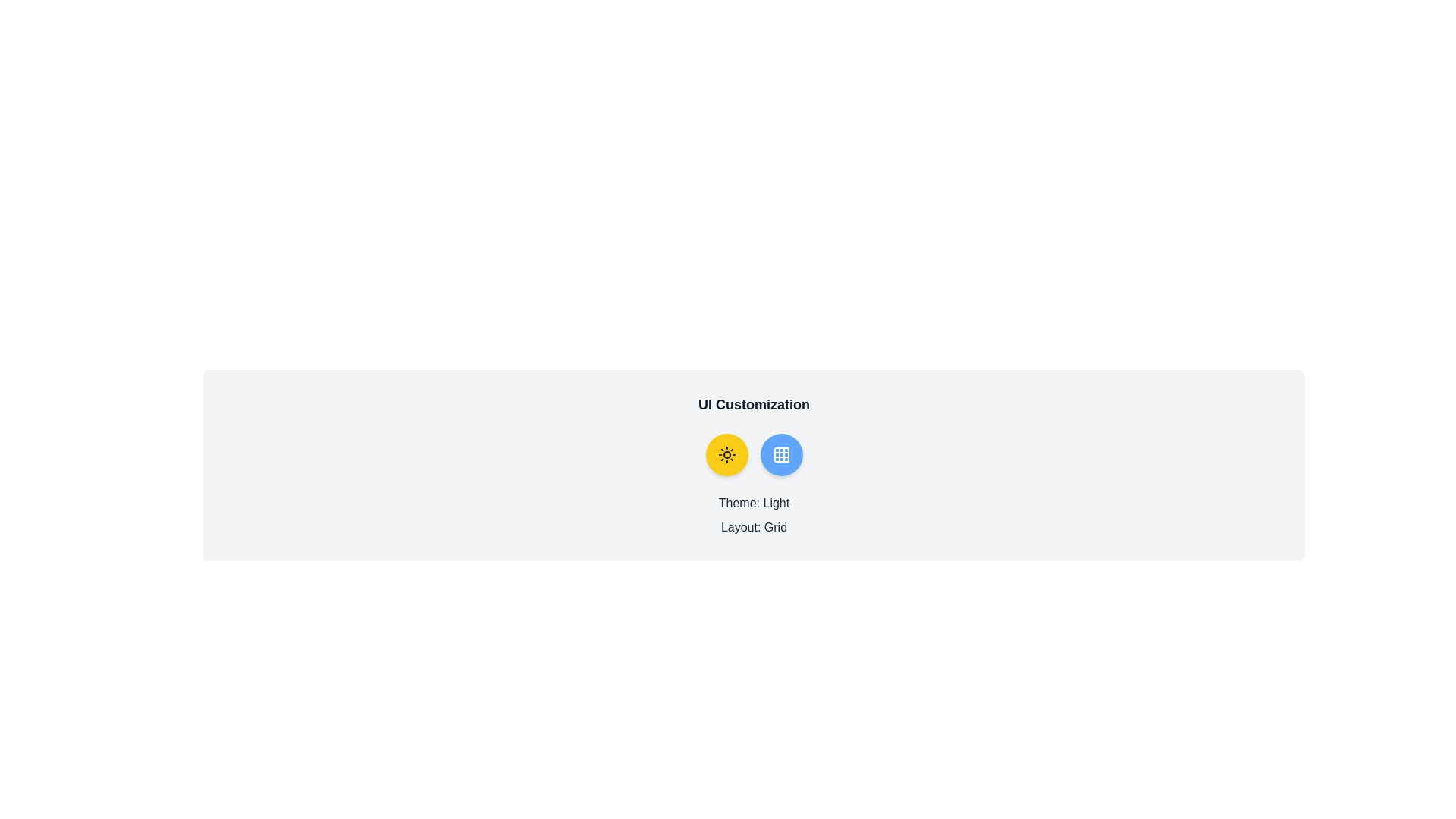  Describe the element at coordinates (726, 454) in the screenshot. I see `the theme toggle button located in the UI Customization section, which is the first button to the left of the blue circular layout settings button, to observe any hover effects` at that location.